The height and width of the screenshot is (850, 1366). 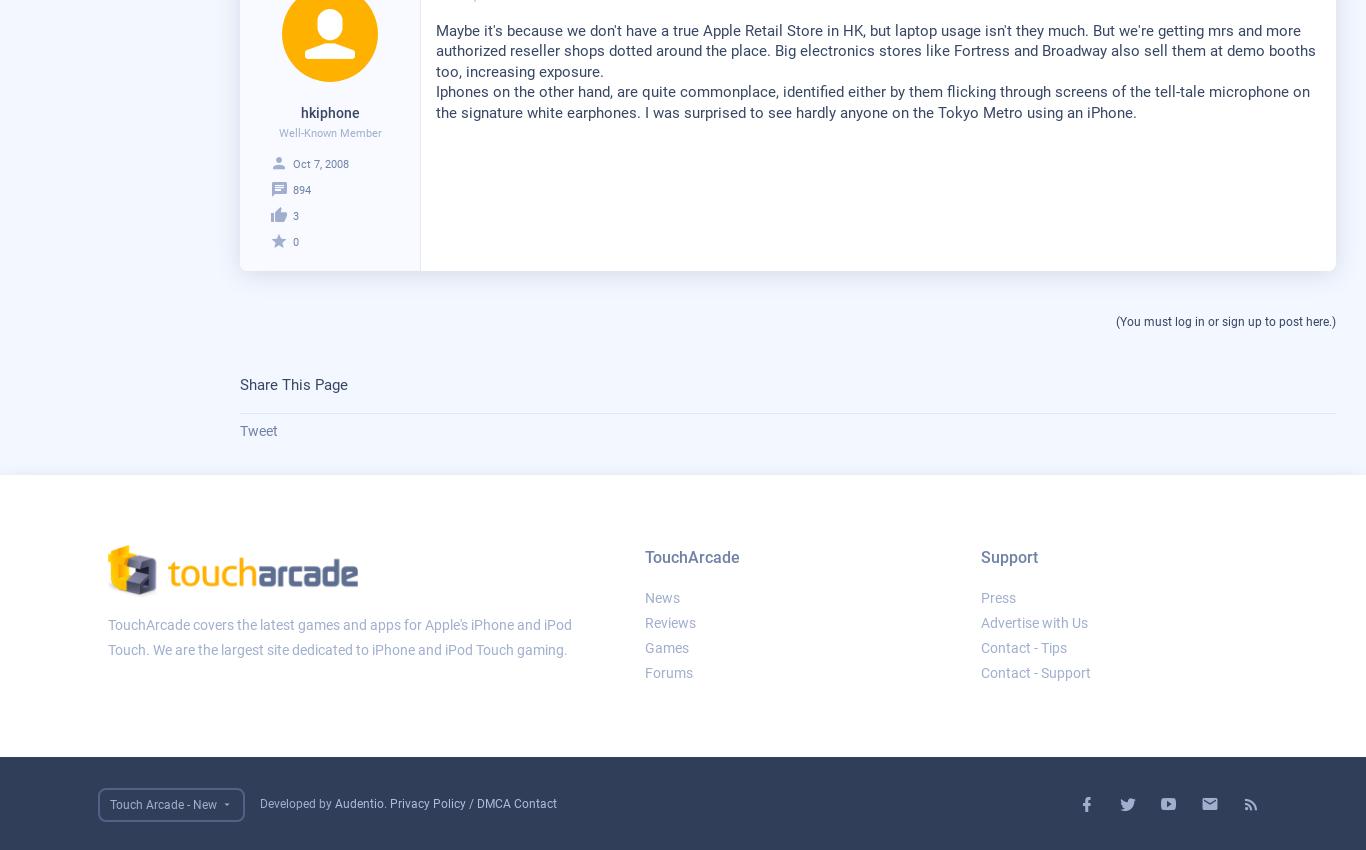 I want to click on 'Contact - Tips', so click(x=1023, y=648).